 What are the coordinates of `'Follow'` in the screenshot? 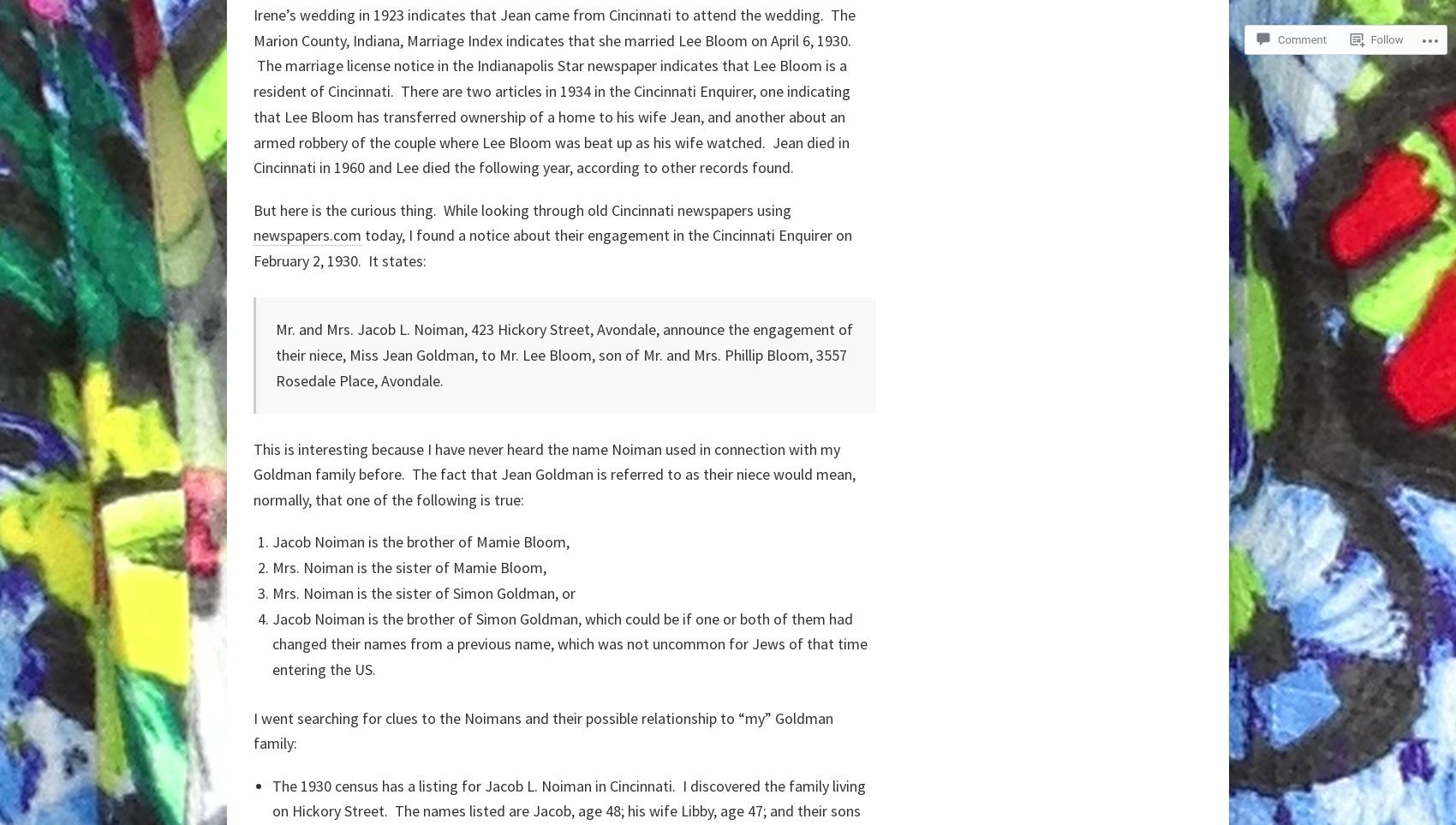 It's located at (1386, 39).